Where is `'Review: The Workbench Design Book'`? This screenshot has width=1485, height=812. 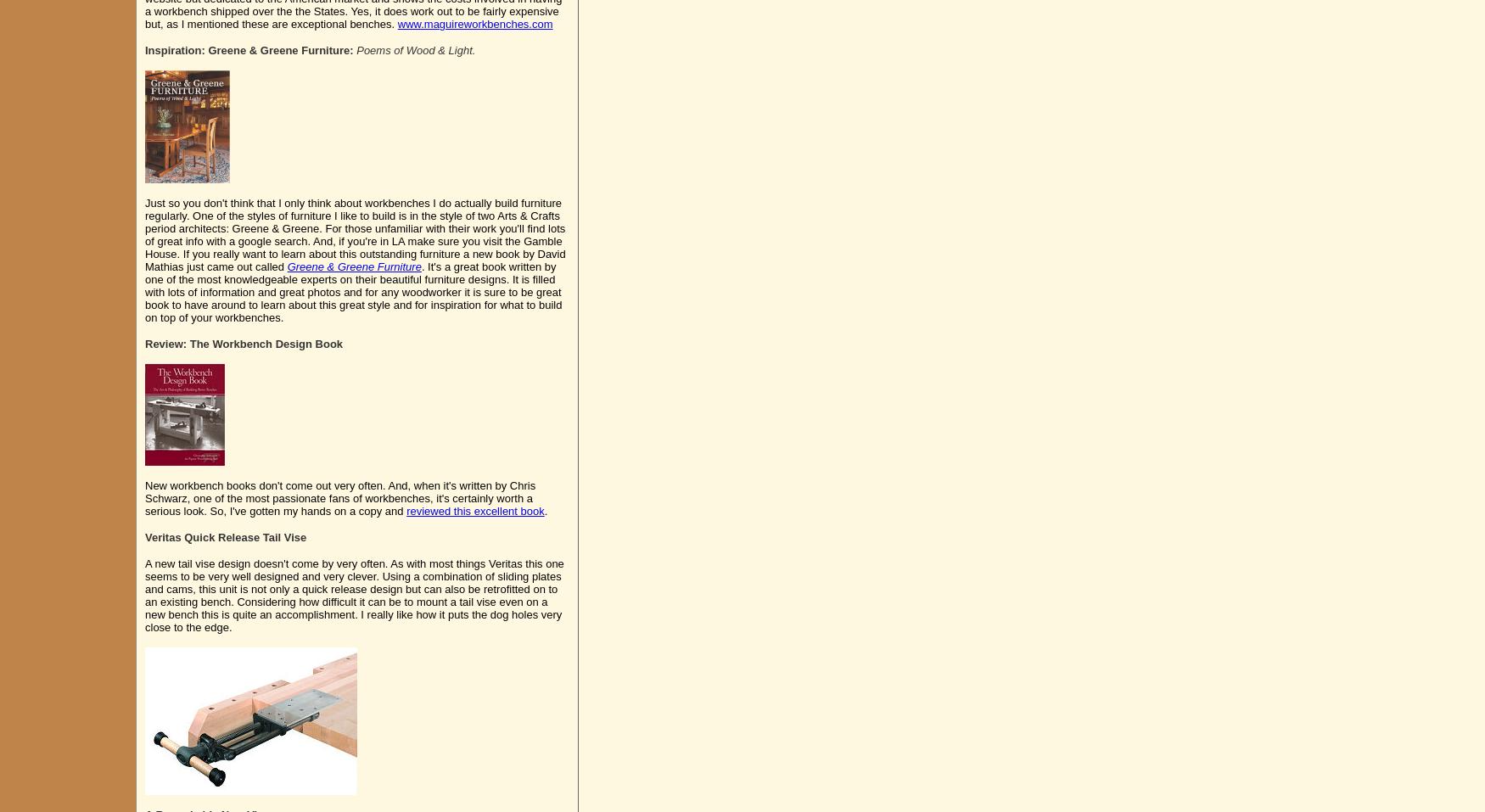 'Review: The Workbench Design Book' is located at coordinates (243, 343).